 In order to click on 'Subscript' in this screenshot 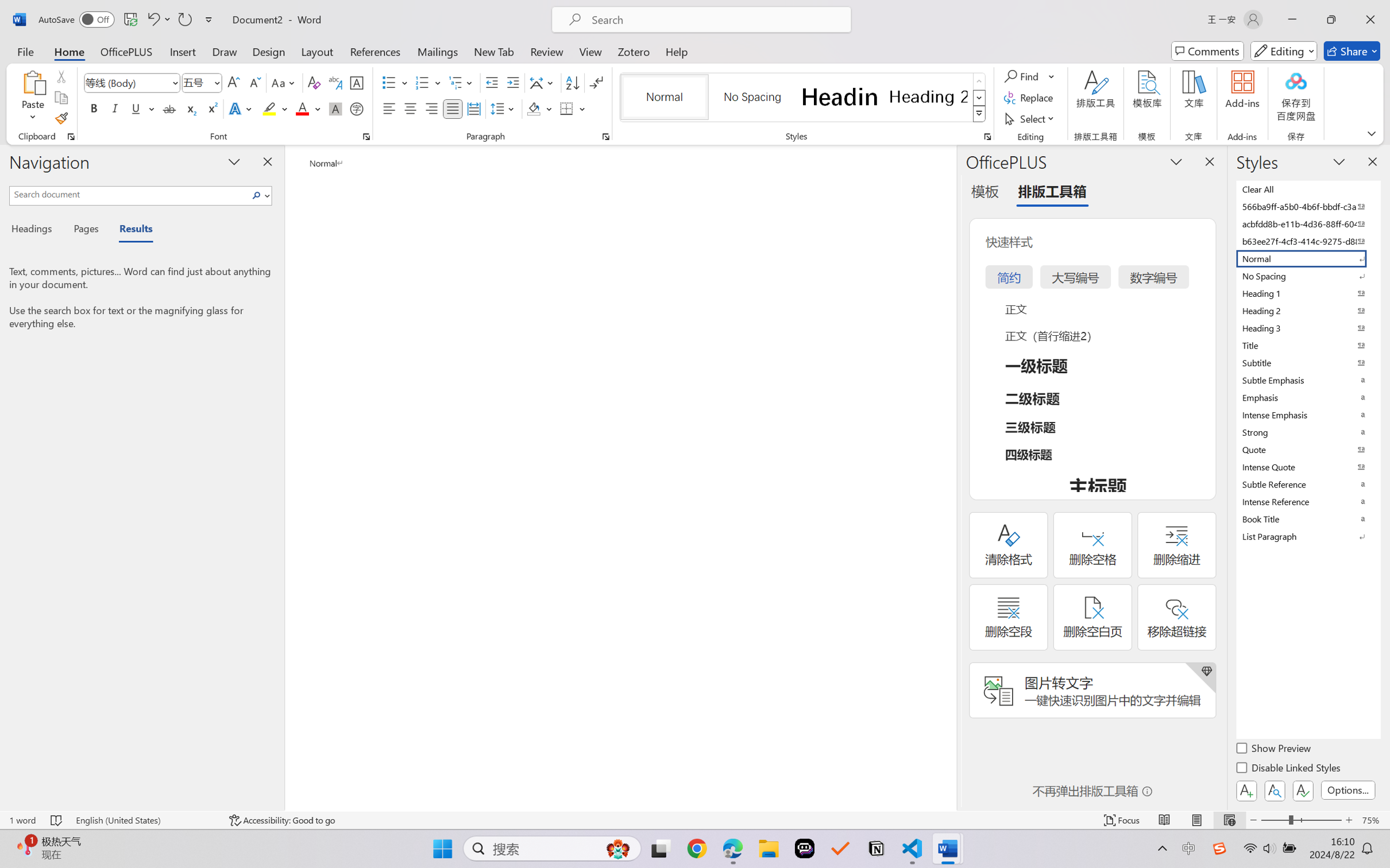, I will do `click(190, 108)`.